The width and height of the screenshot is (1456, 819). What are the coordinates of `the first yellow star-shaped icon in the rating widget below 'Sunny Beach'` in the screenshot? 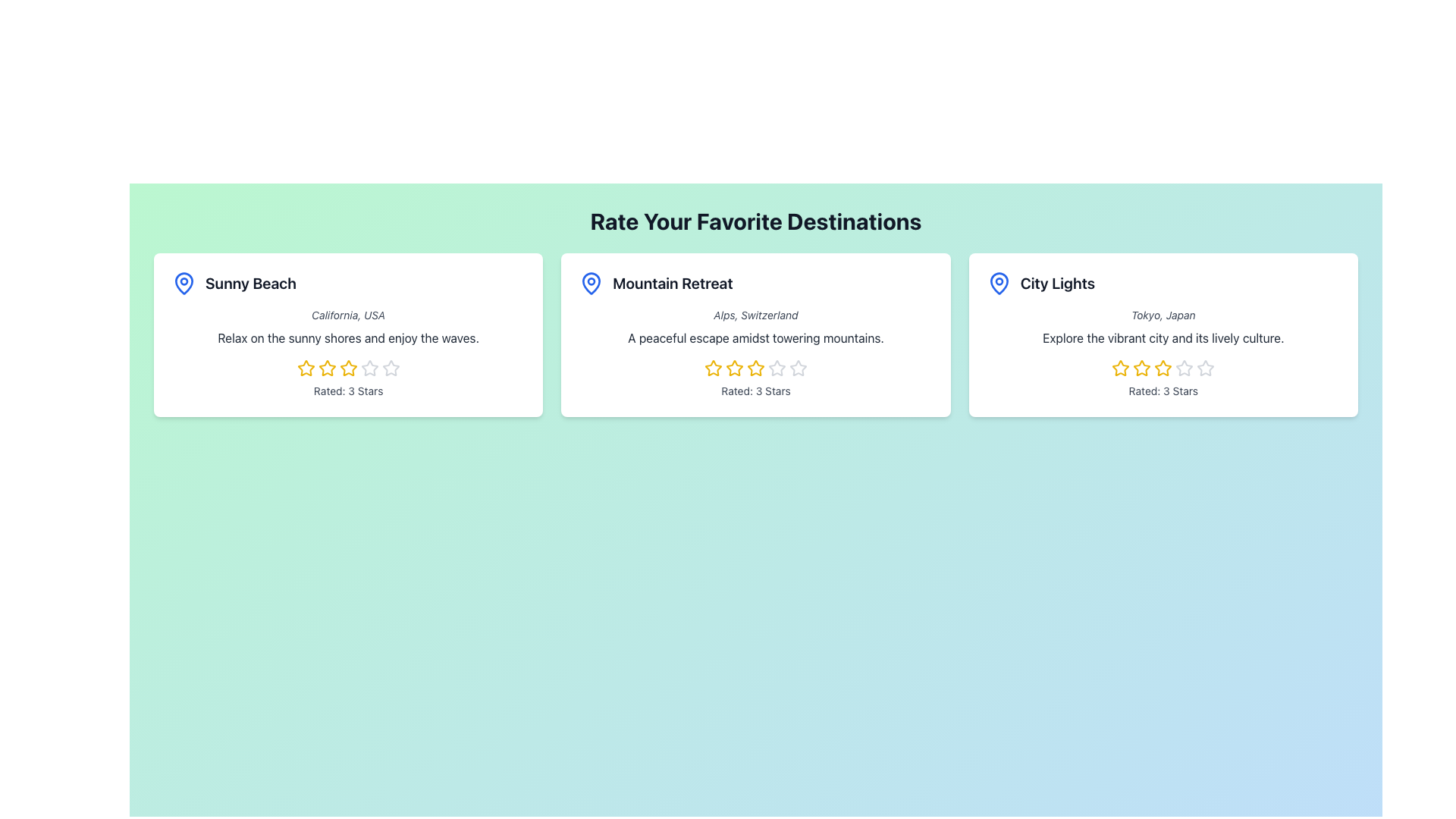 It's located at (305, 368).